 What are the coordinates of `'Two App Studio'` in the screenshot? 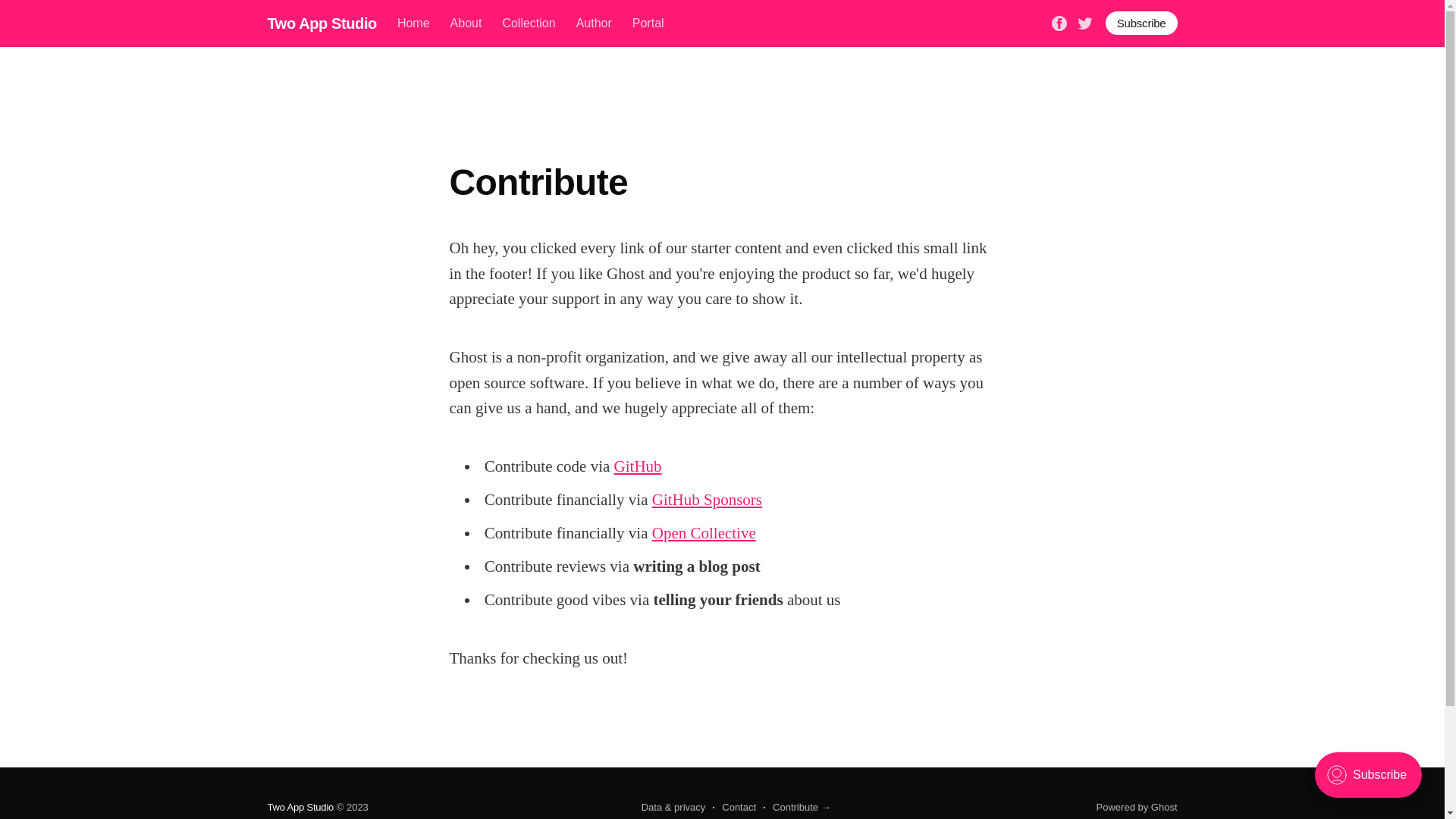 It's located at (300, 806).